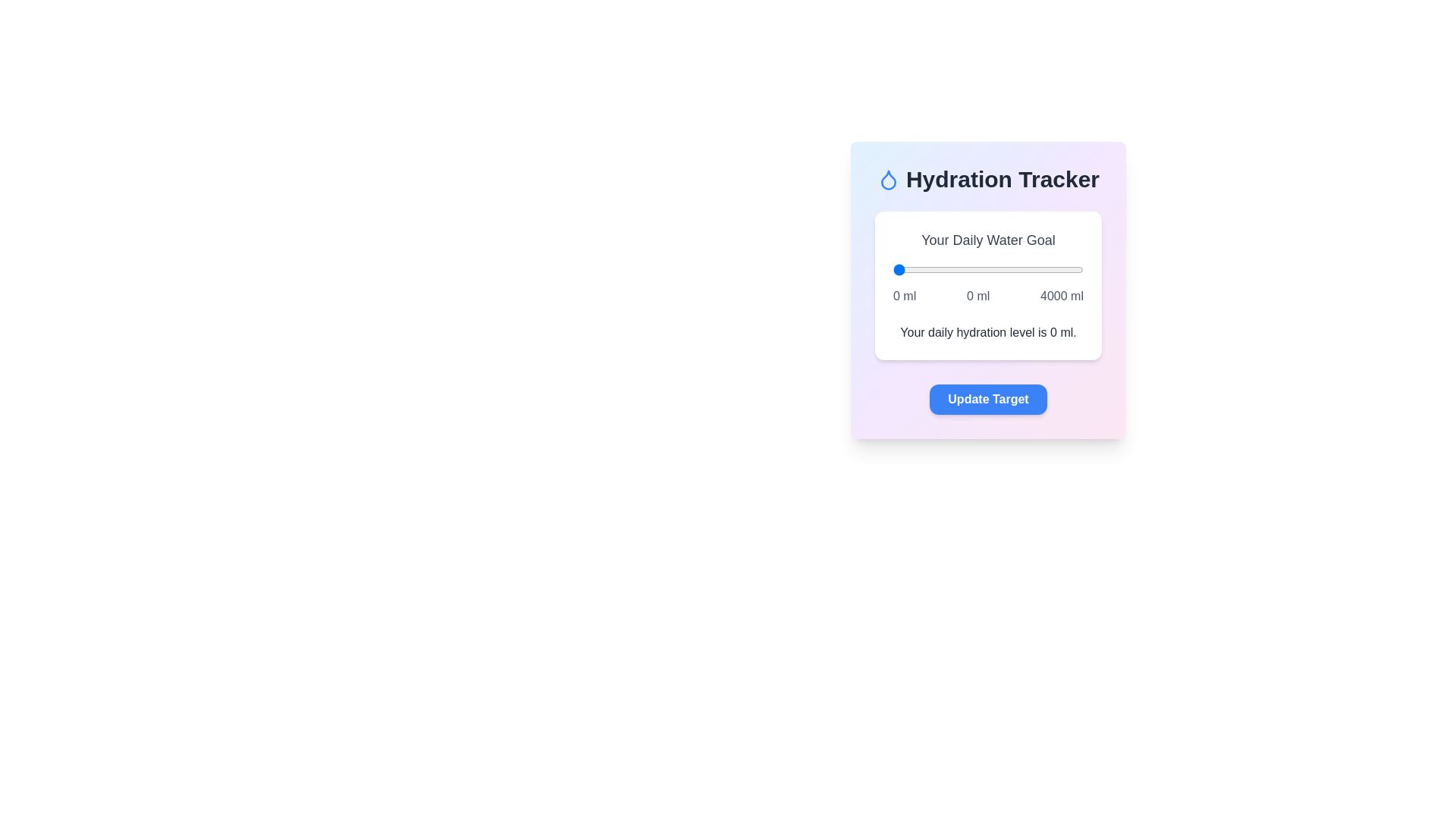 The width and height of the screenshot is (1456, 819). What do you see at coordinates (1046, 268) in the screenshot?
I see `the water intake slider to 3244 ml` at bounding box center [1046, 268].